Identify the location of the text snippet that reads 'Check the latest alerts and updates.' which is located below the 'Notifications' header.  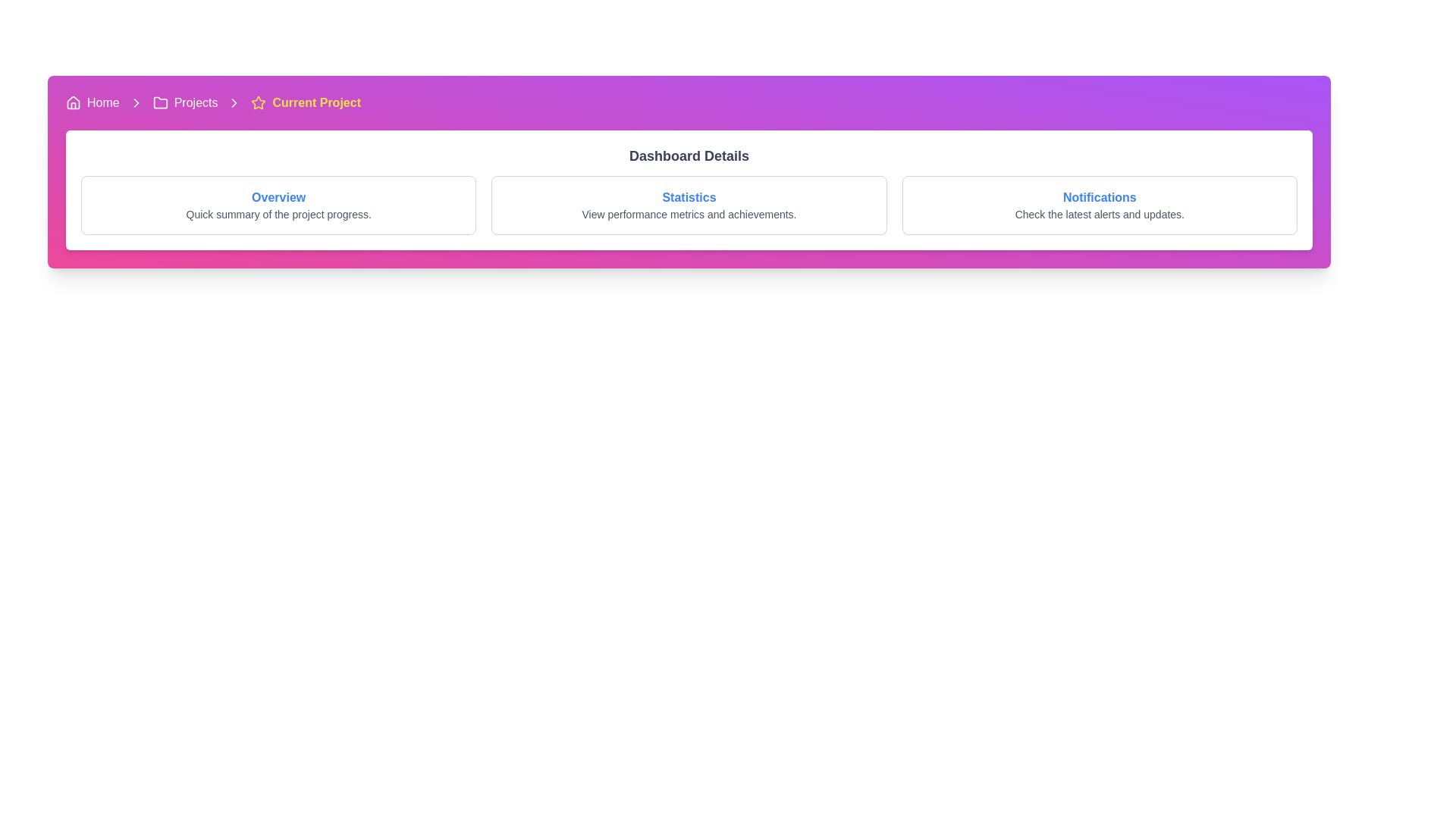
(1100, 214).